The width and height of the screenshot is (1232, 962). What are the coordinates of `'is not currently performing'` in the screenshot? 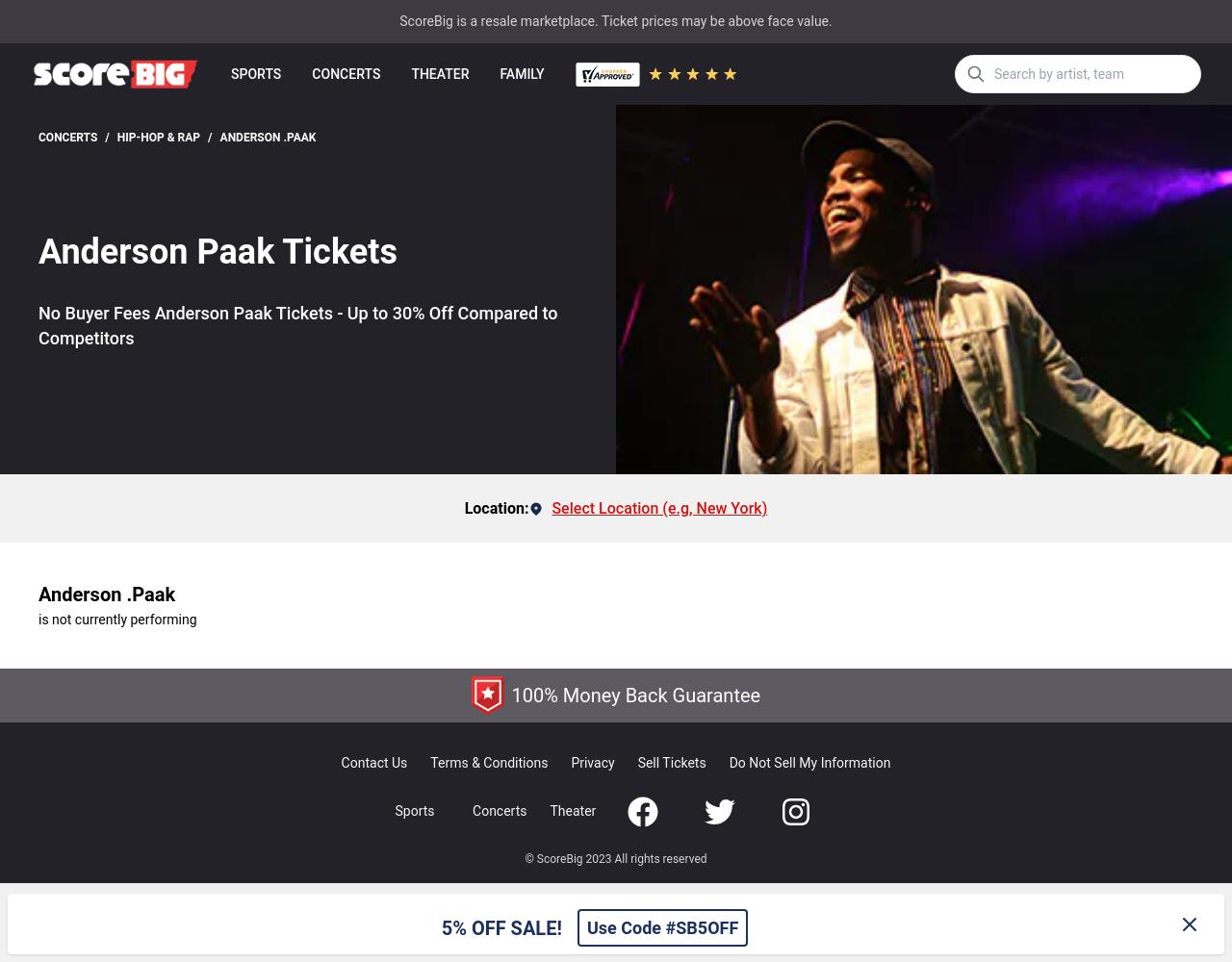 It's located at (38, 619).